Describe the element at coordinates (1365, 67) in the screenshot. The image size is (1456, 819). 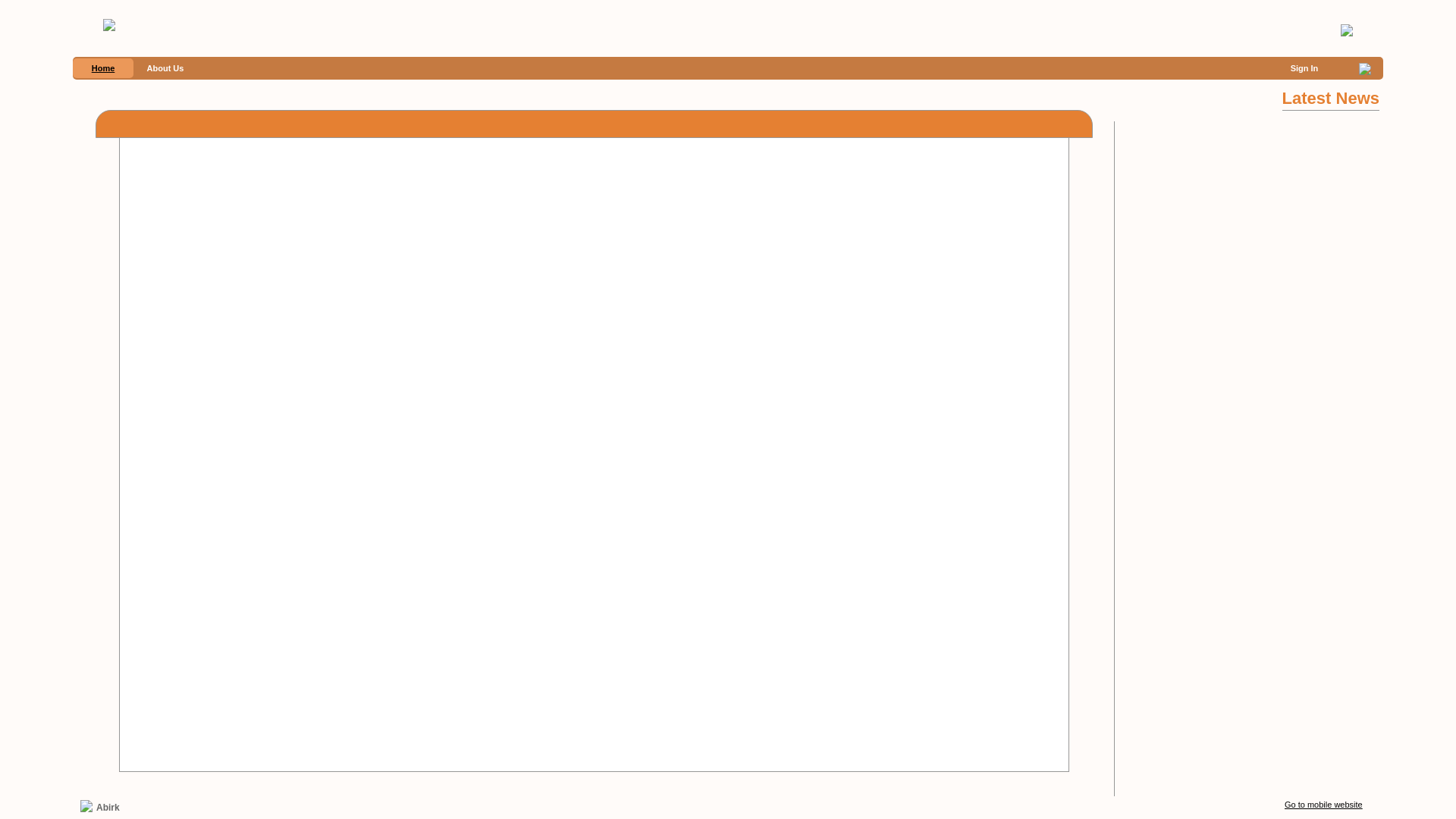
I see `'0'` at that location.